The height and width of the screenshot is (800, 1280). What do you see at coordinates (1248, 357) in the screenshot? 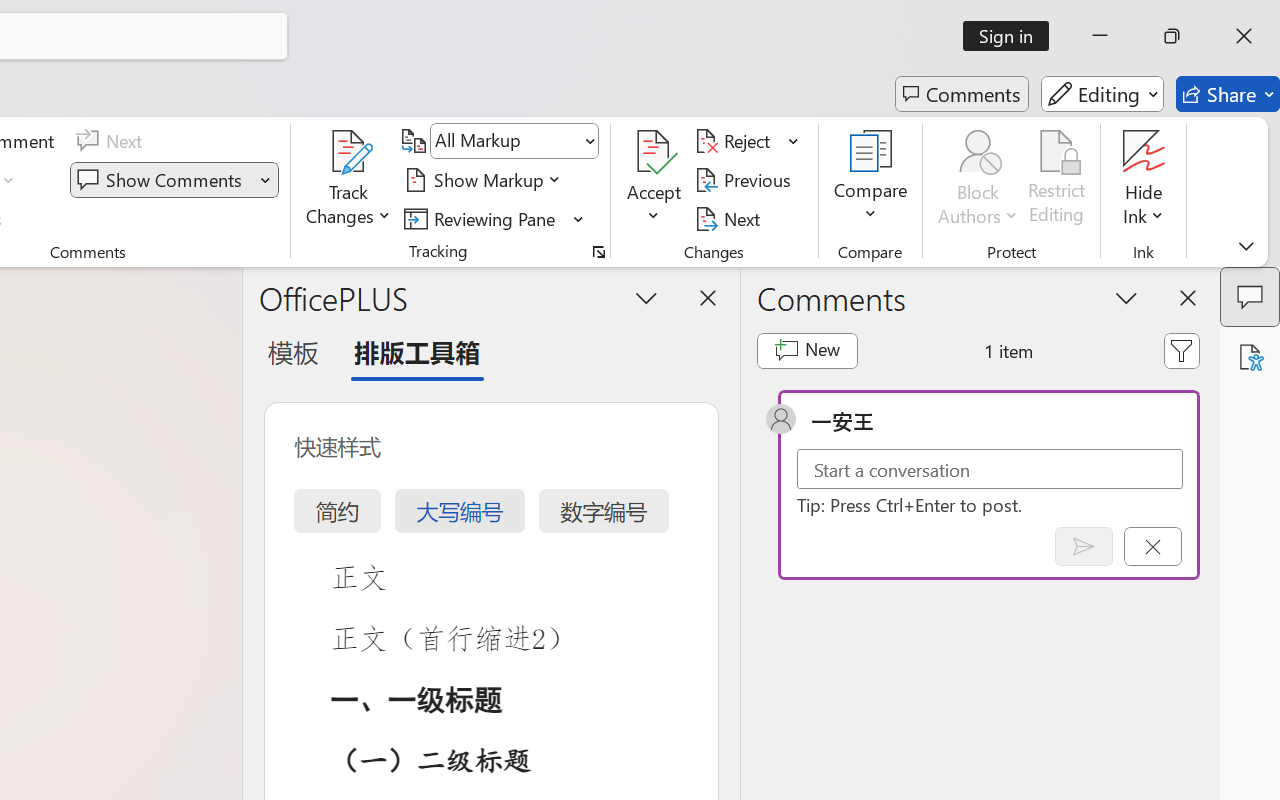
I see `'Accessibility Assistant'` at bounding box center [1248, 357].